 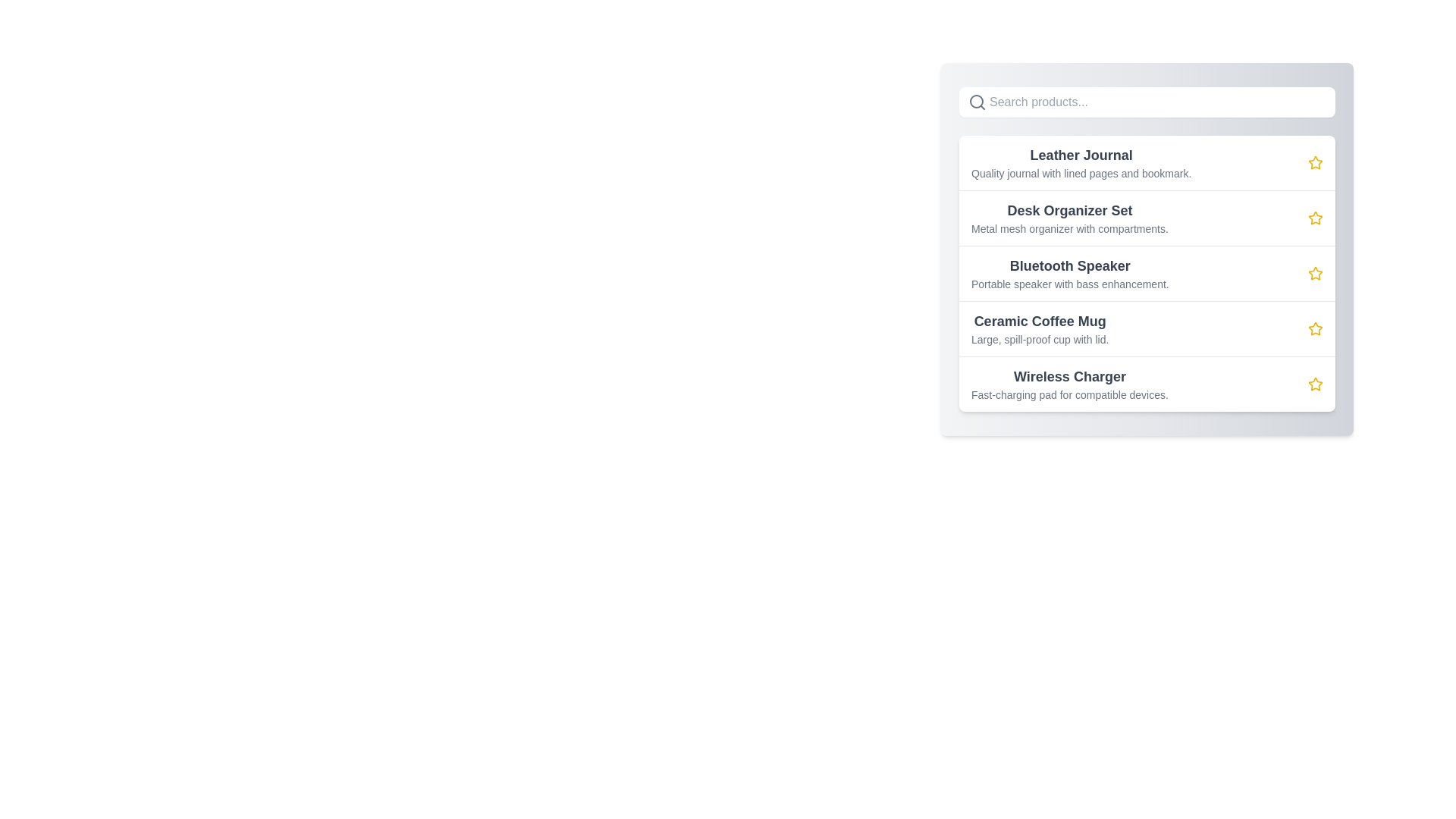 What do you see at coordinates (1081, 155) in the screenshot?
I see `the title label of the first product entry in the right panel, which is positioned above the descriptive text 'Quality journal with lined pages and bookmark.'` at bounding box center [1081, 155].